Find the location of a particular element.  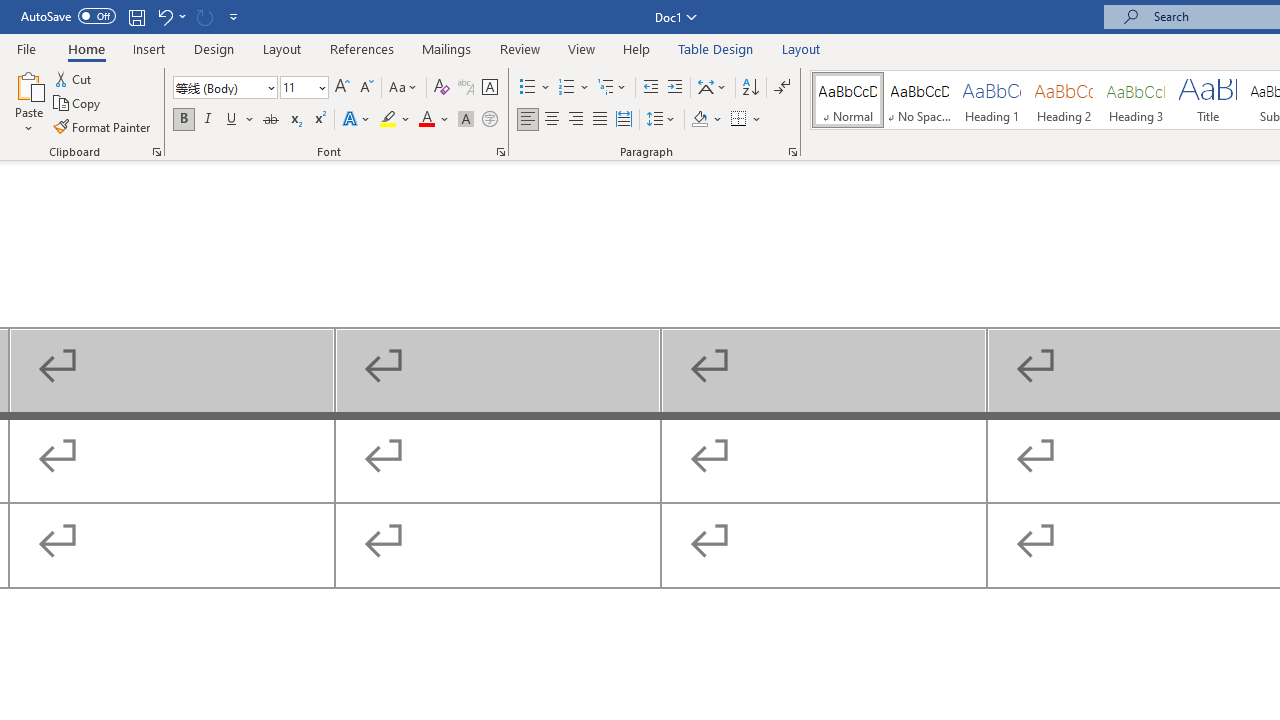

'Font Color Red' is located at coordinates (425, 119).